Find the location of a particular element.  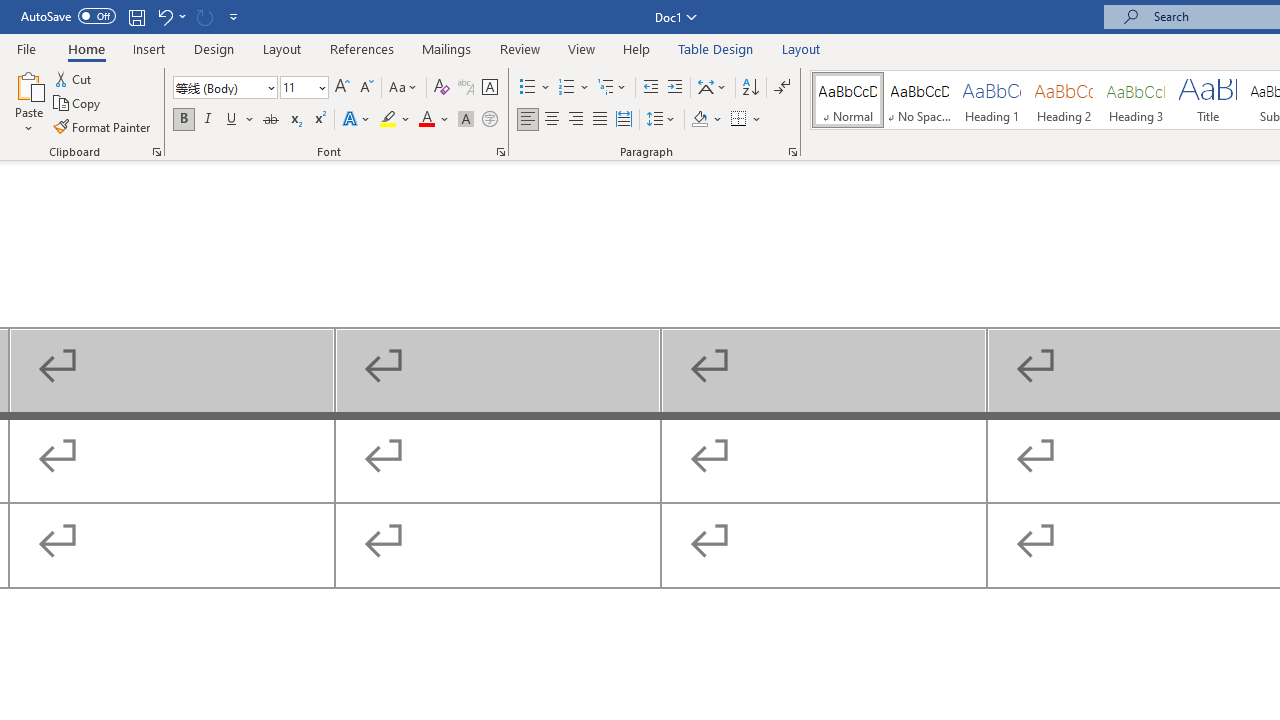

'Font Color Red' is located at coordinates (425, 119).